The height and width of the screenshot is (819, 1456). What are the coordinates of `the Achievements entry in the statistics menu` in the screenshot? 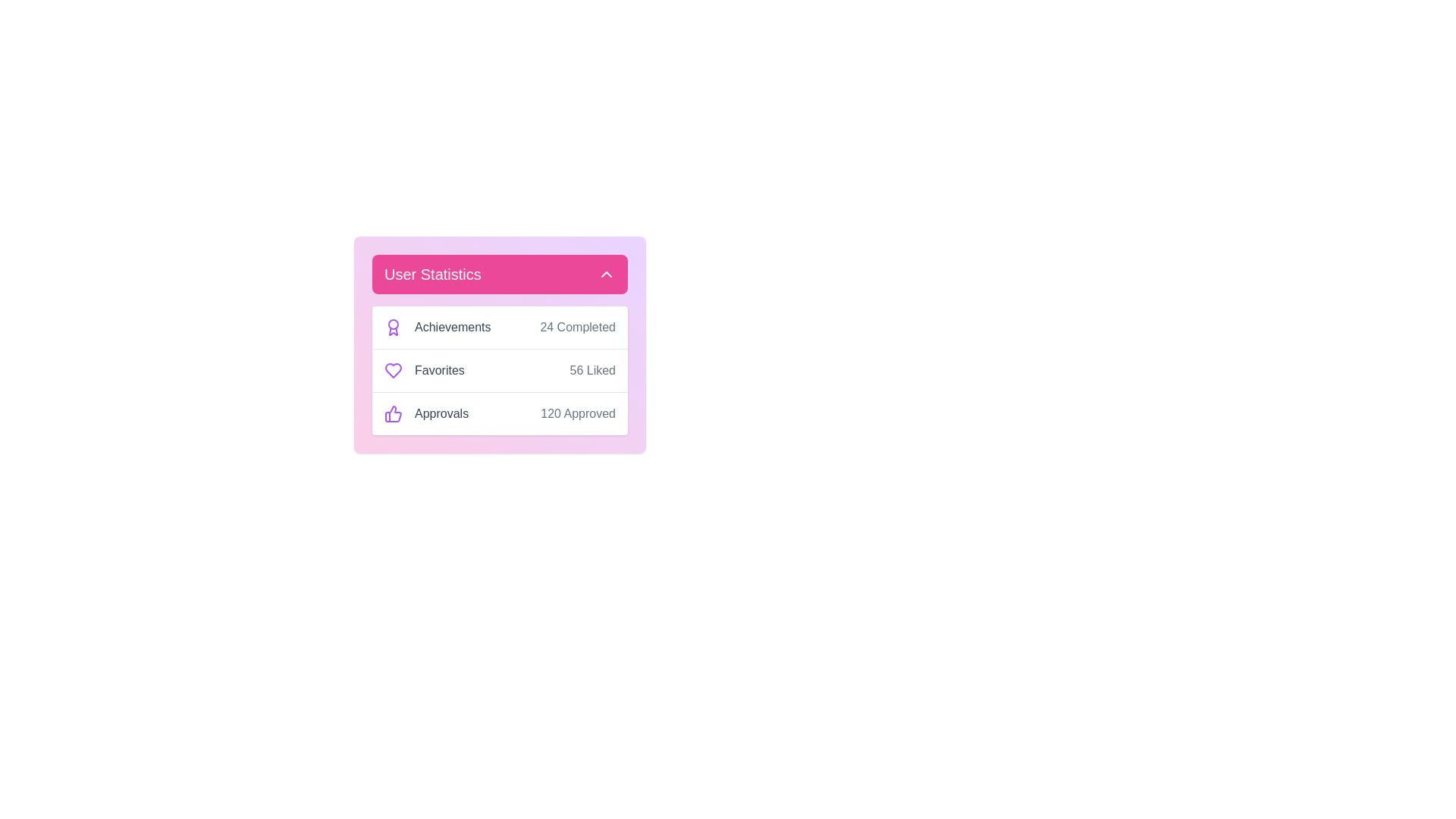 It's located at (500, 327).